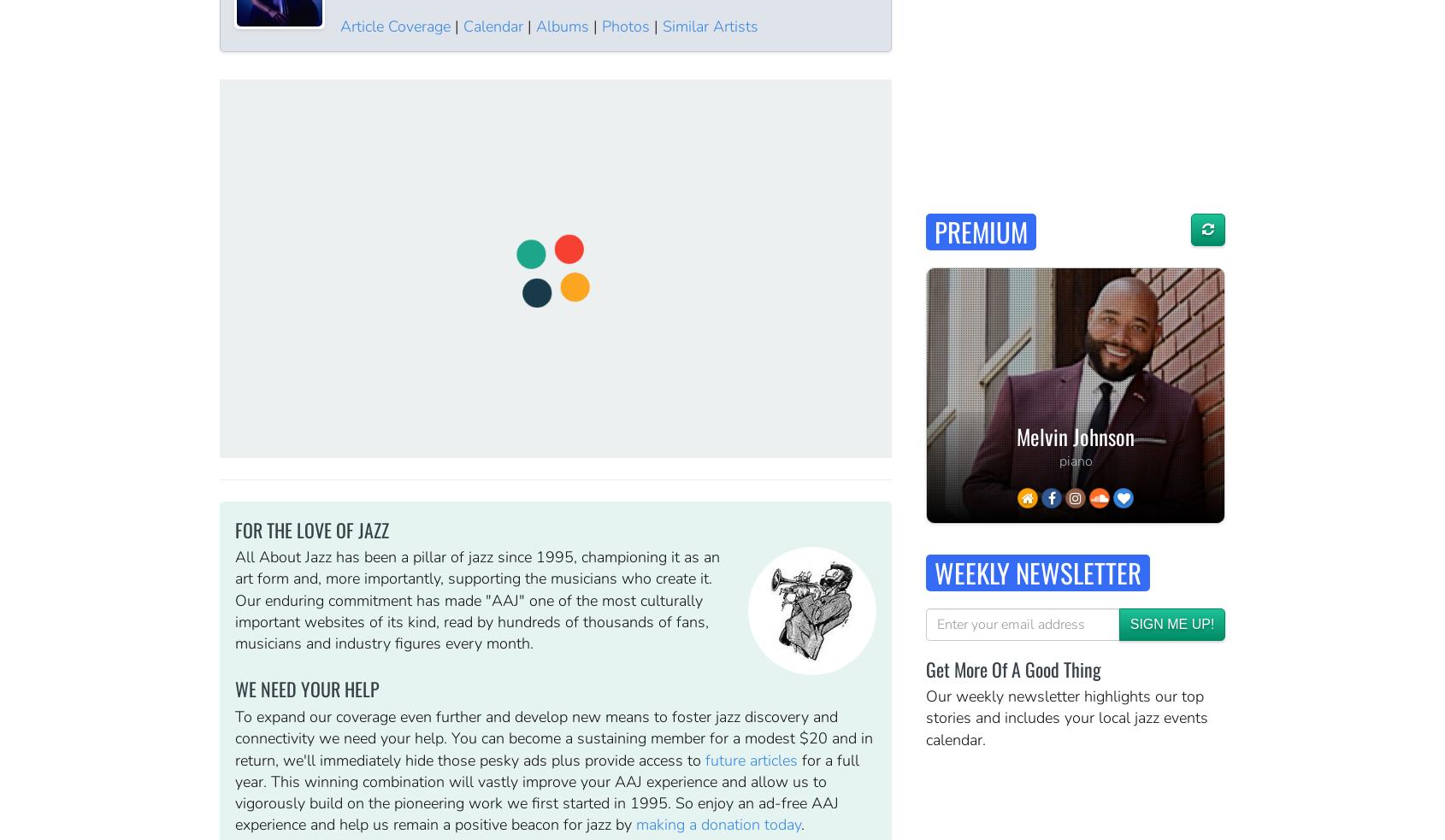  Describe the element at coordinates (310, 528) in the screenshot. I see `'FOR THE LOVE OF JAZZ'` at that location.